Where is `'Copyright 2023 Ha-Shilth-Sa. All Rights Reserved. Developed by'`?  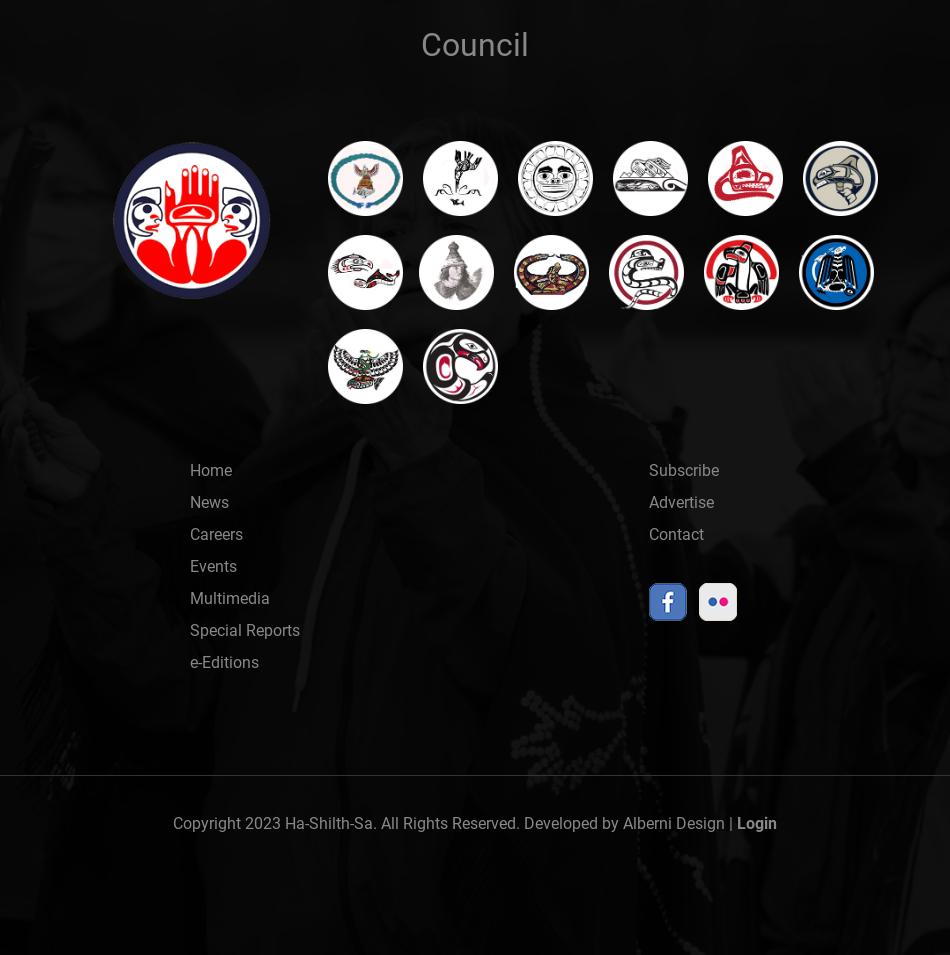 'Copyright 2023 Ha-Shilth-Sa. All Rights Reserved. Developed by' is located at coordinates (396, 823).